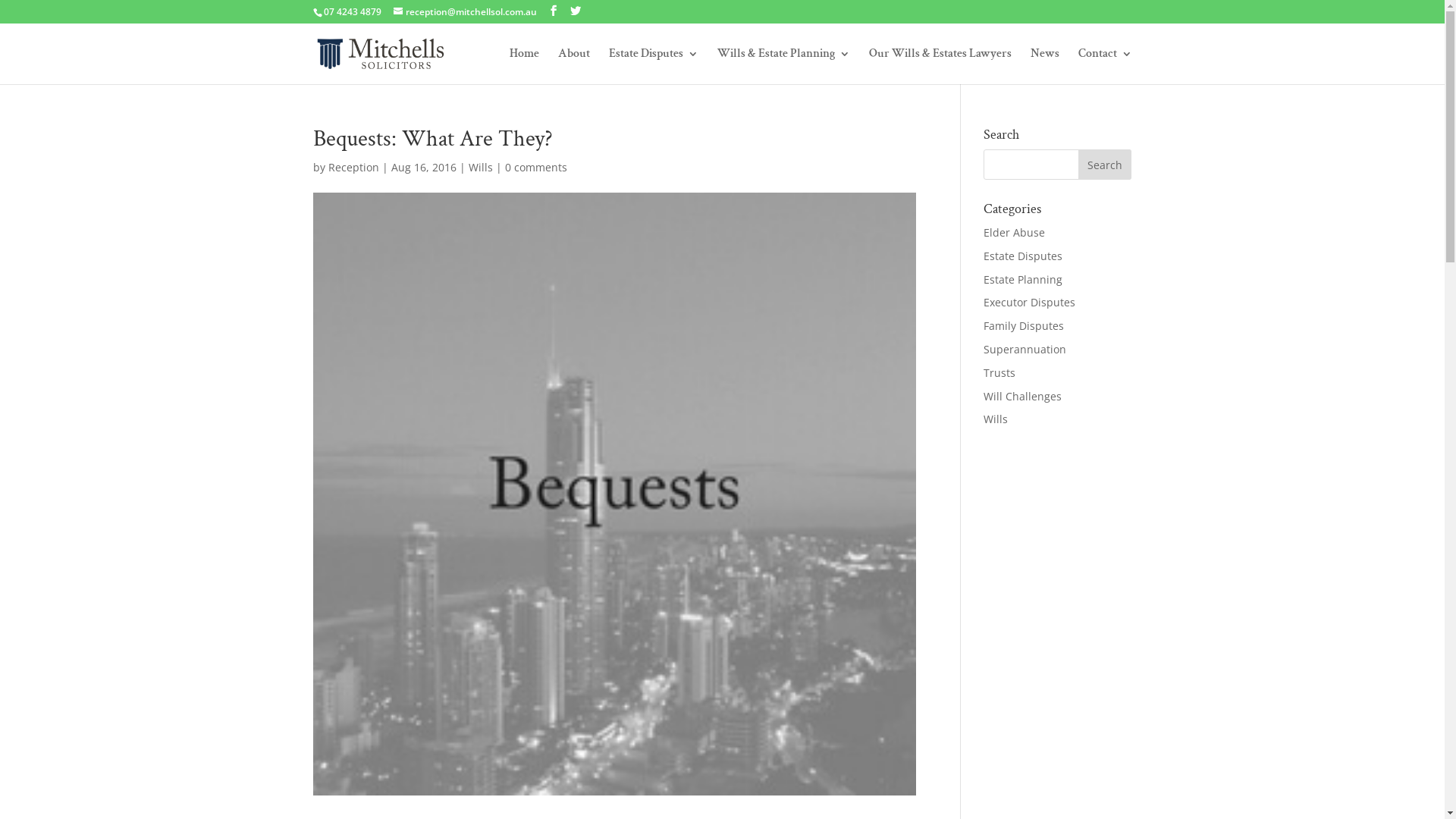  I want to click on 'Wills', so click(479, 167).